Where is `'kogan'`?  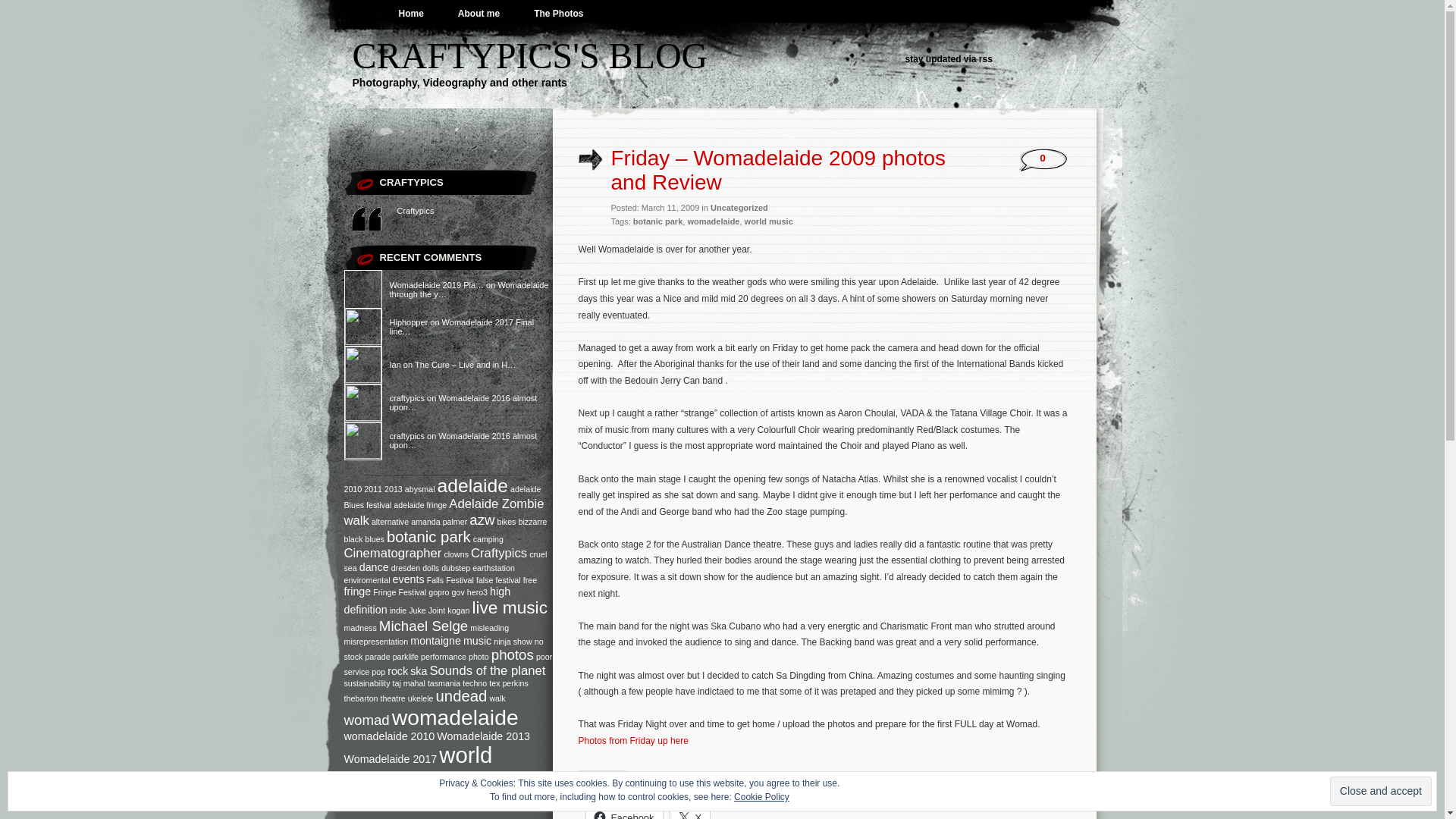 'kogan' is located at coordinates (457, 610).